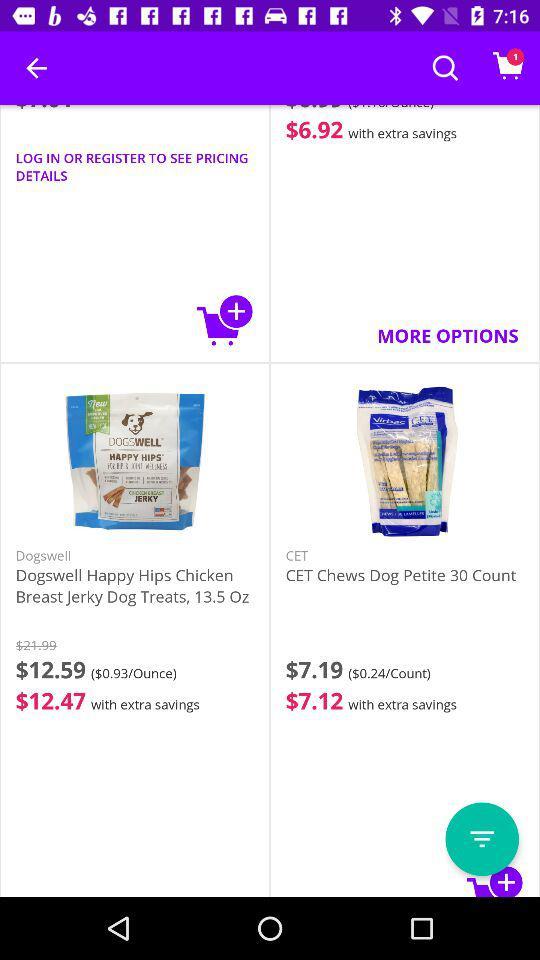 The image size is (540, 960). I want to click on more options, so click(481, 839).